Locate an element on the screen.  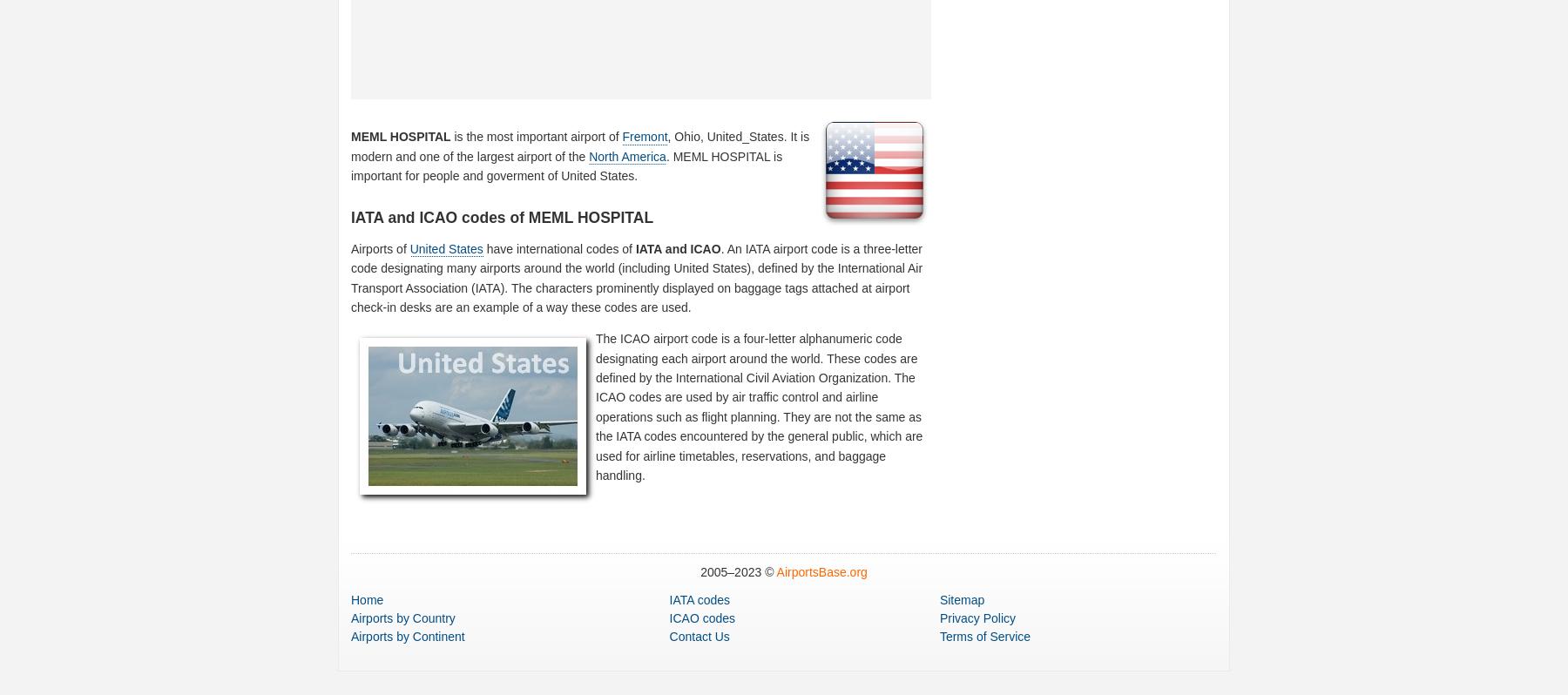
'.
An IATA airport code is a three-letter code designating many airports around the world (including United States),
defined by the International Air Transport Association (IATA). The characters prominently displayed on baggage
tags attached at airport check-in desks are an example of a way these codes are used.' is located at coordinates (635, 277).